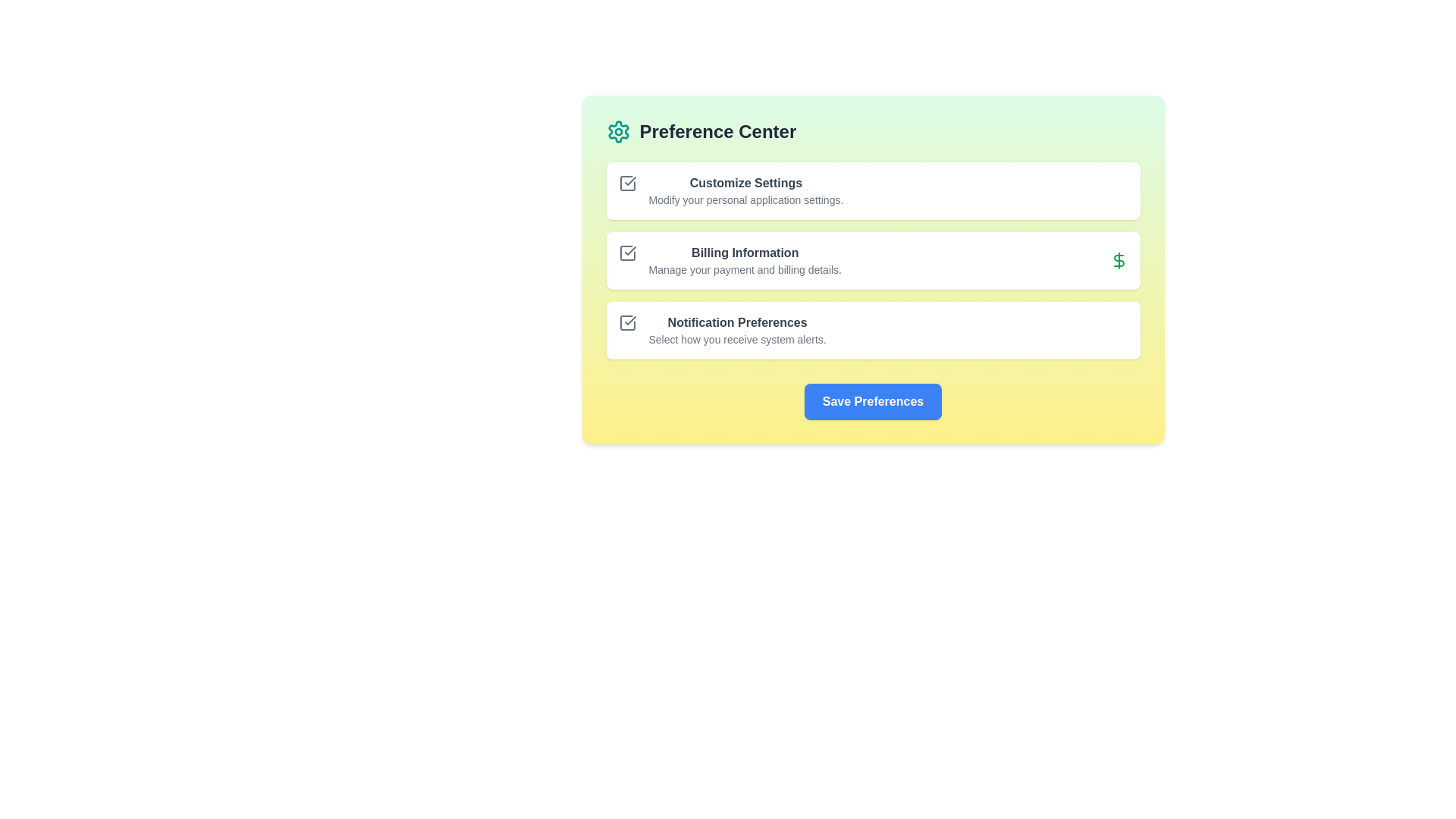  I want to click on the stylized square icon with a checkmark located in the top-left corner of the 'Customize Settings' section, adjacent to its header text, so click(627, 183).